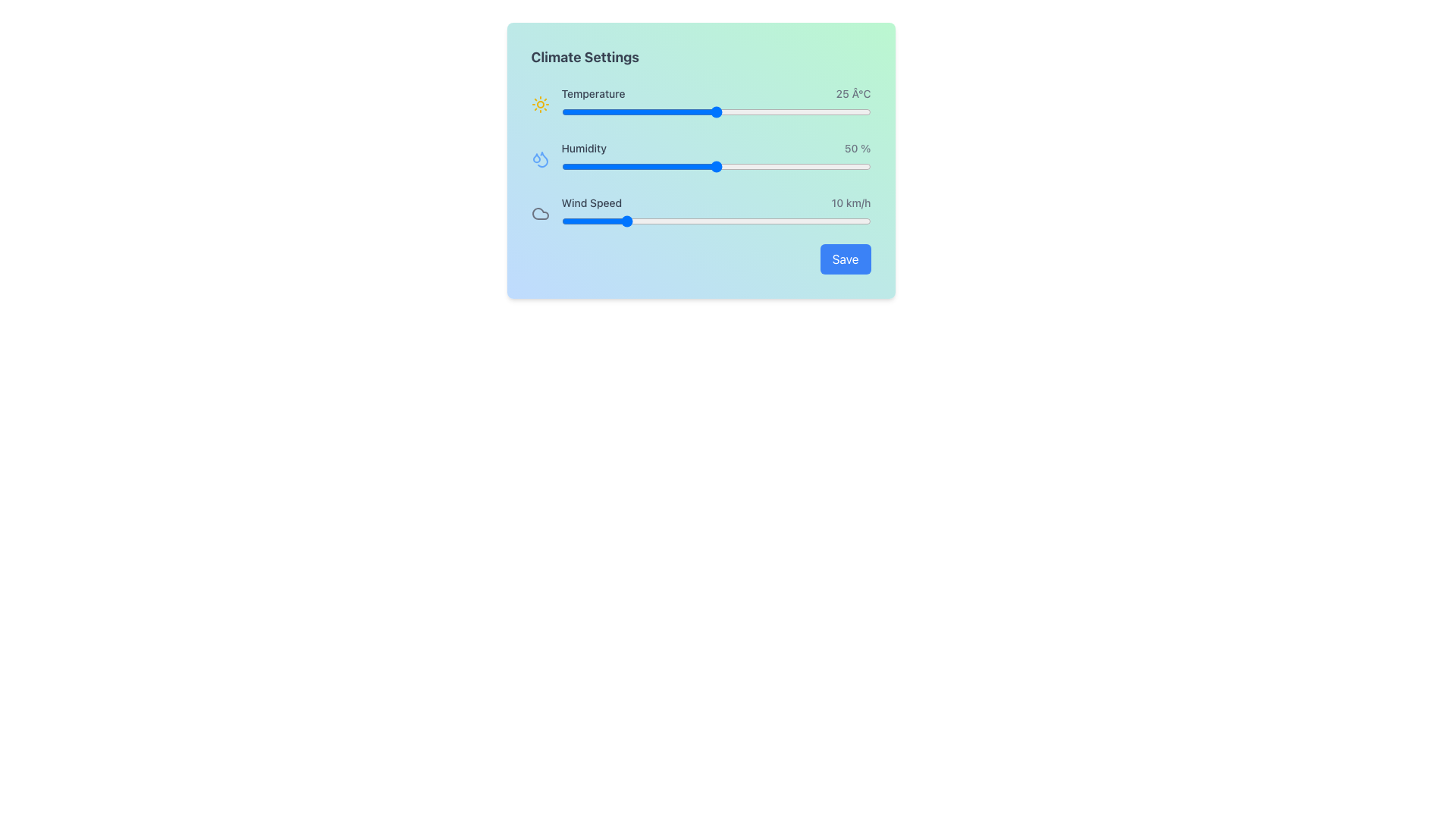 The image size is (1456, 819). Describe the element at coordinates (784, 111) in the screenshot. I see `the temperature slider` at that location.